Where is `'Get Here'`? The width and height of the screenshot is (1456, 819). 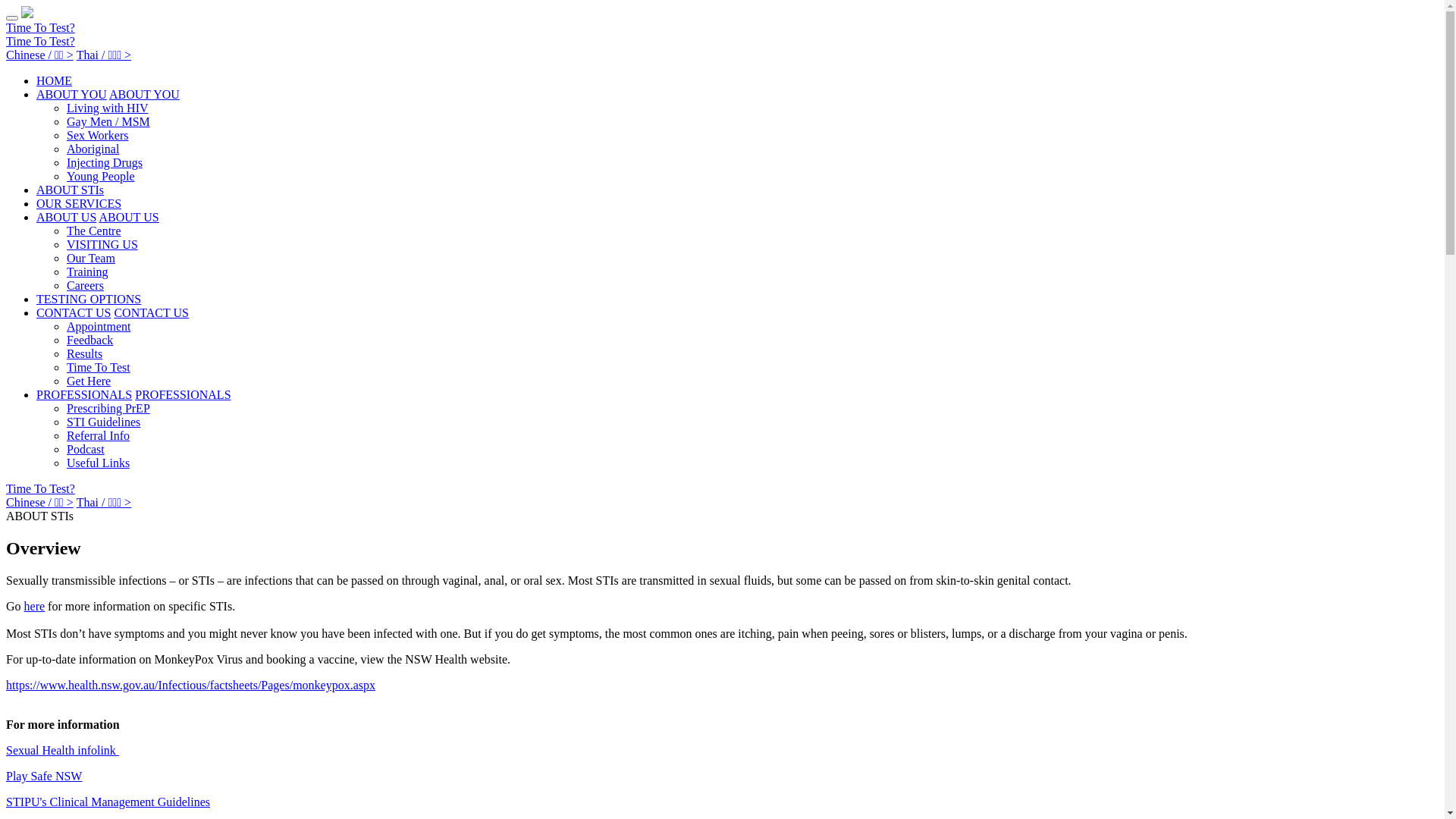 'Get Here' is located at coordinates (87, 380).